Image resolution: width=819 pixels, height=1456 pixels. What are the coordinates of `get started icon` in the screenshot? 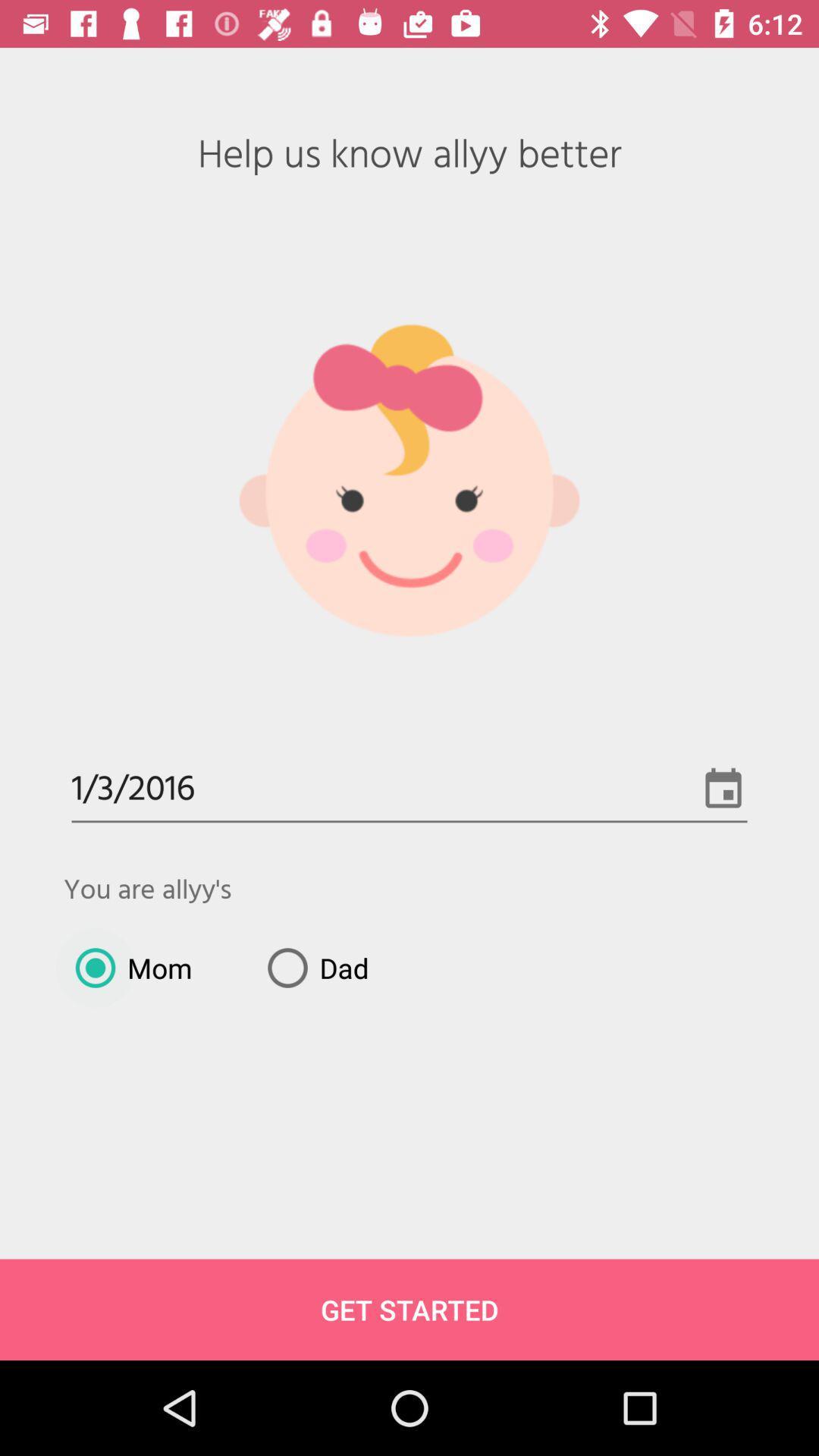 It's located at (409, 1309).